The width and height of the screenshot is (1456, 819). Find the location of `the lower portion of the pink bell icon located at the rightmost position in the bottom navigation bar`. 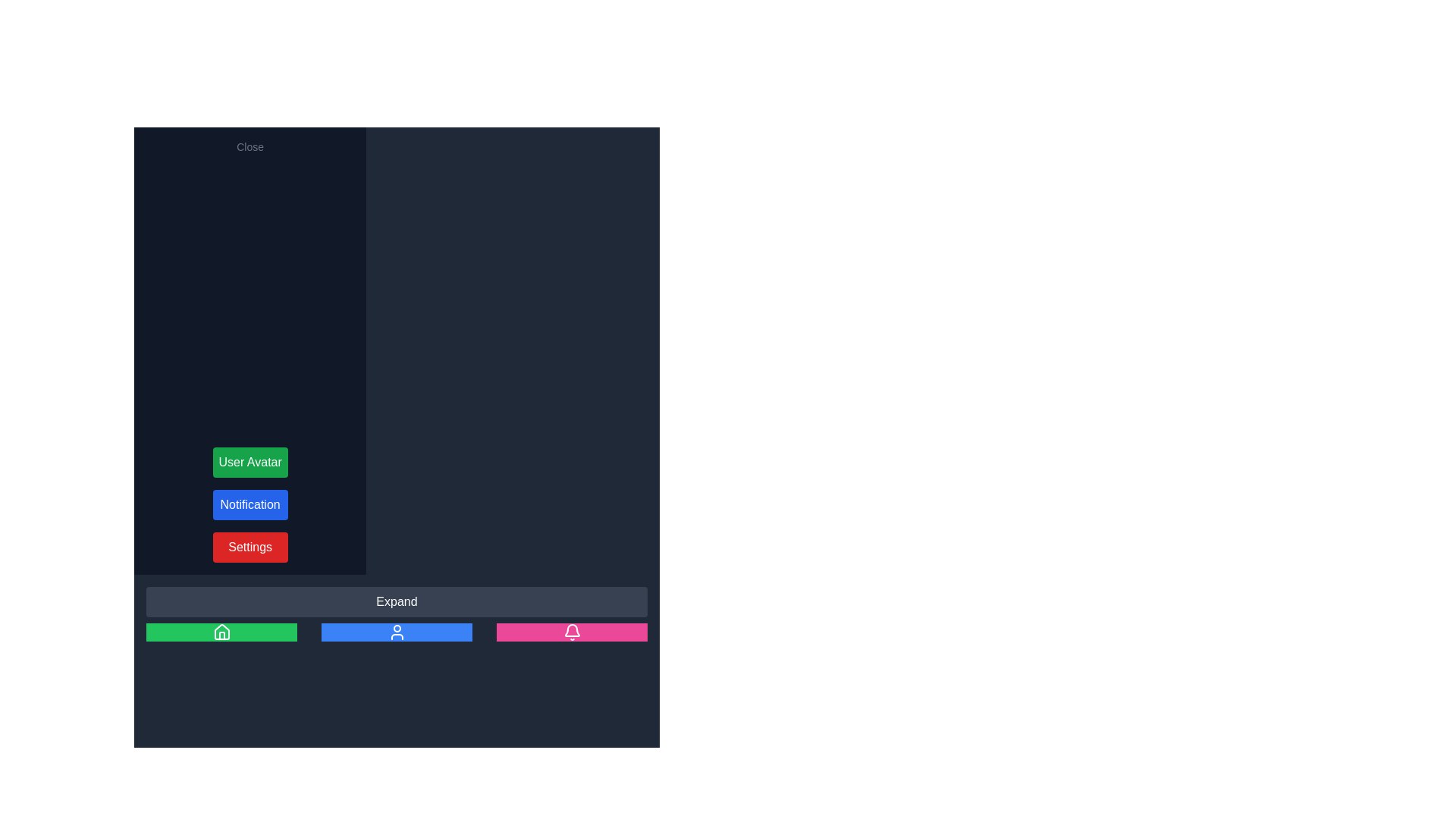

the lower portion of the pink bell icon located at the rightmost position in the bottom navigation bar is located at coordinates (571, 630).